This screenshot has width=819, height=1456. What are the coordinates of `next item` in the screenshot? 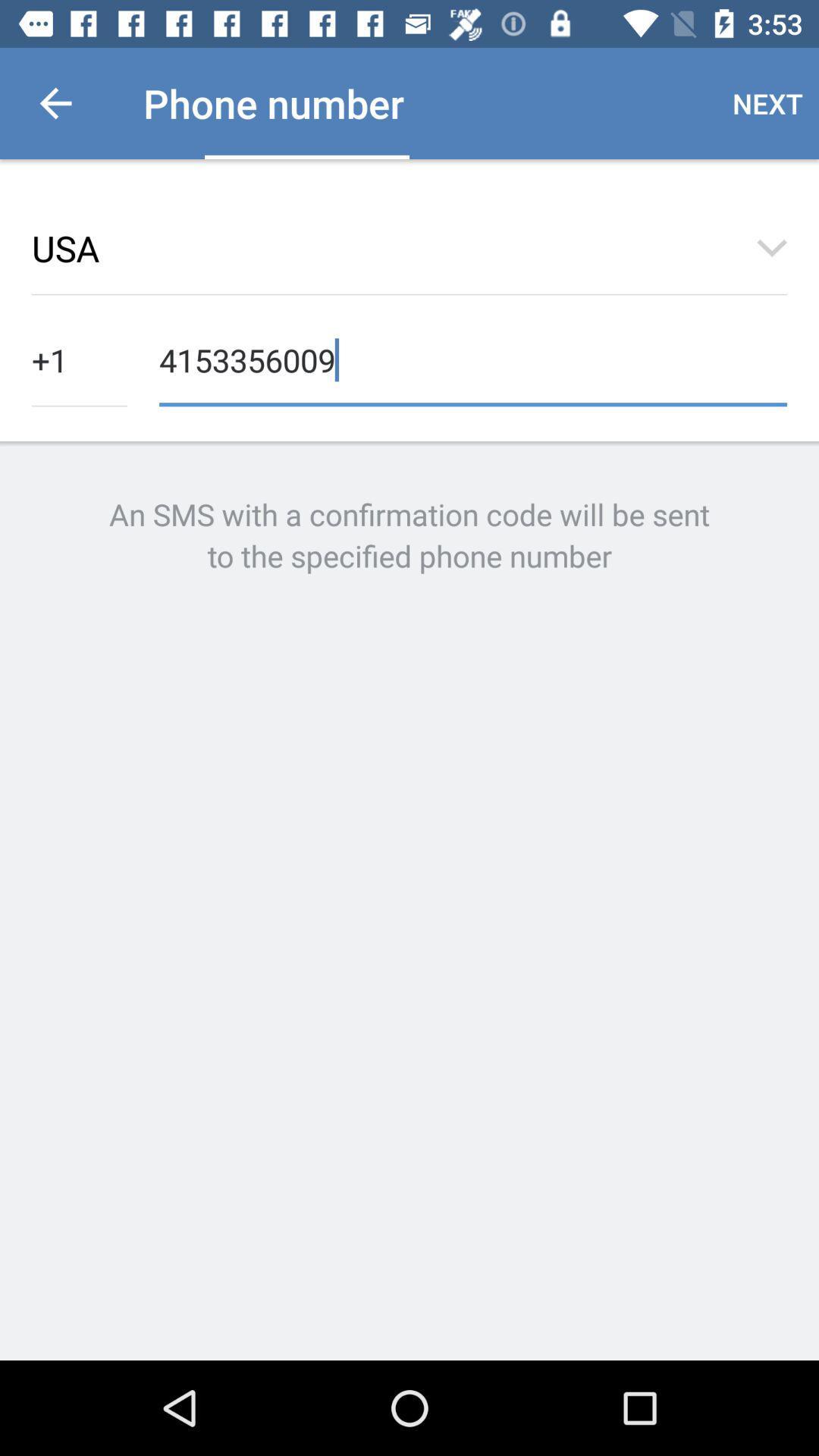 It's located at (767, 102).